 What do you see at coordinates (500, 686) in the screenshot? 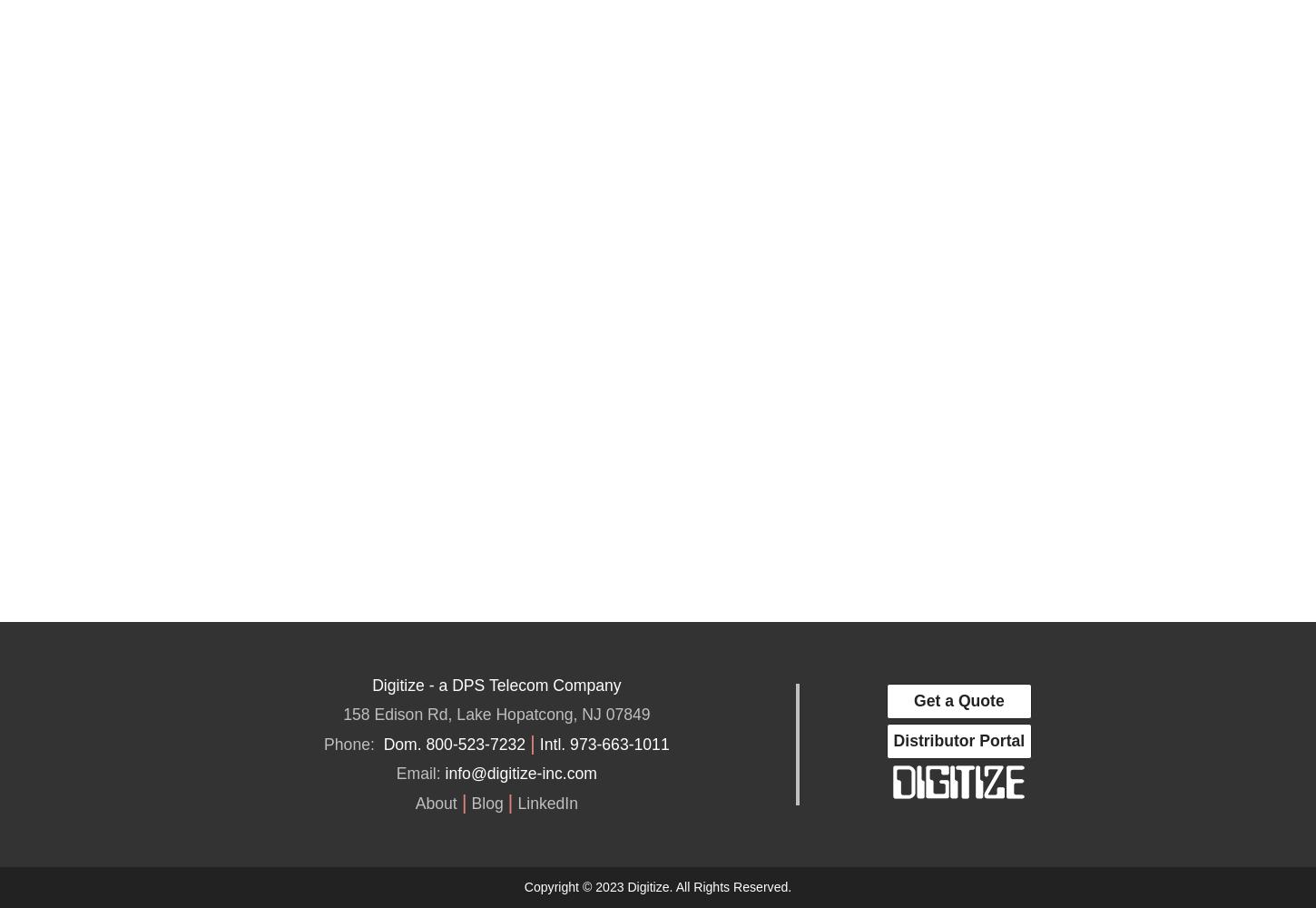
I see `'DPS Telecom'` at bounding box center [500, 686].